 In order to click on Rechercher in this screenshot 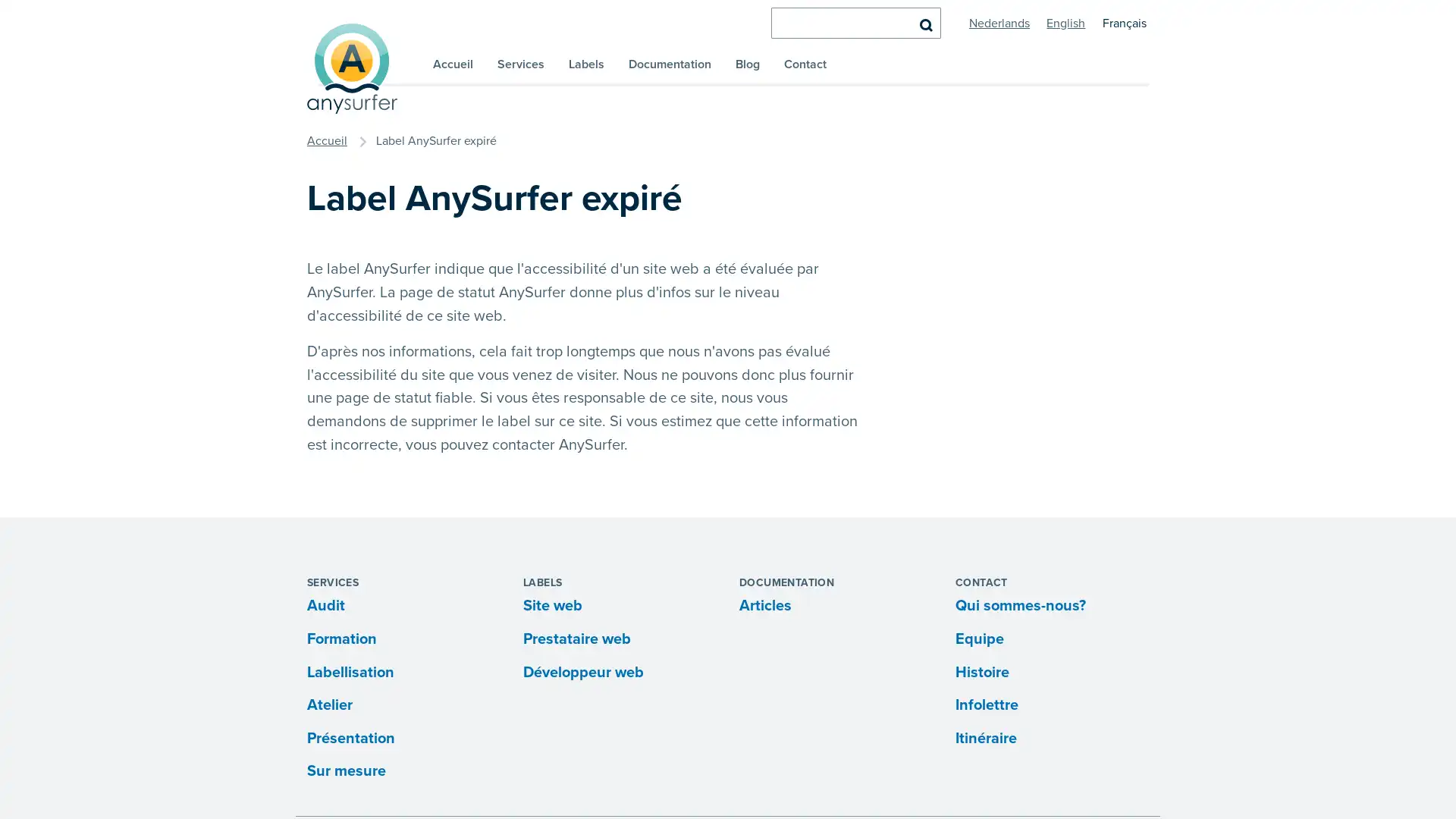, I will do `click(924, 24)`.